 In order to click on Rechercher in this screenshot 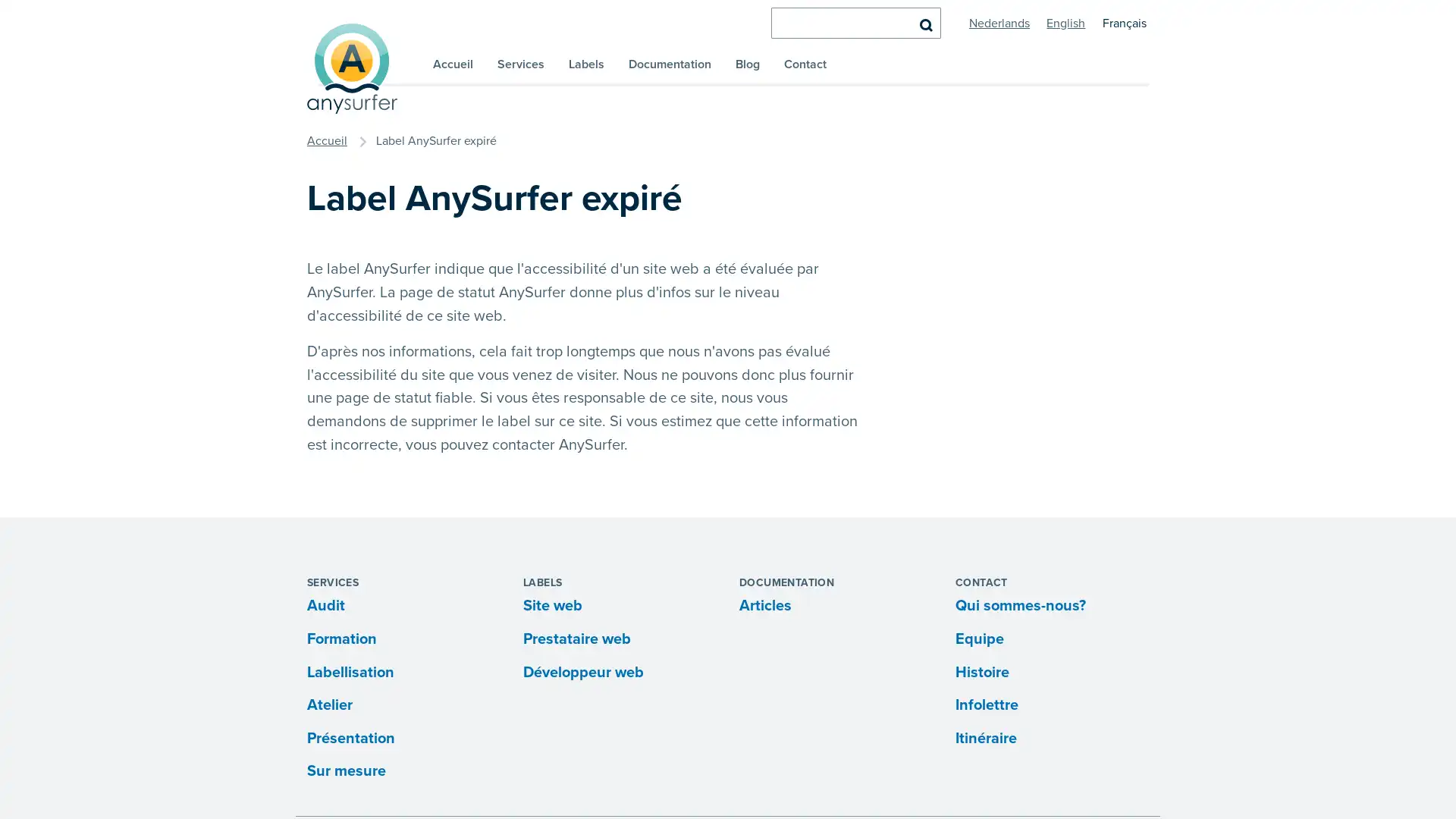, I will do `click(924, 24)`.